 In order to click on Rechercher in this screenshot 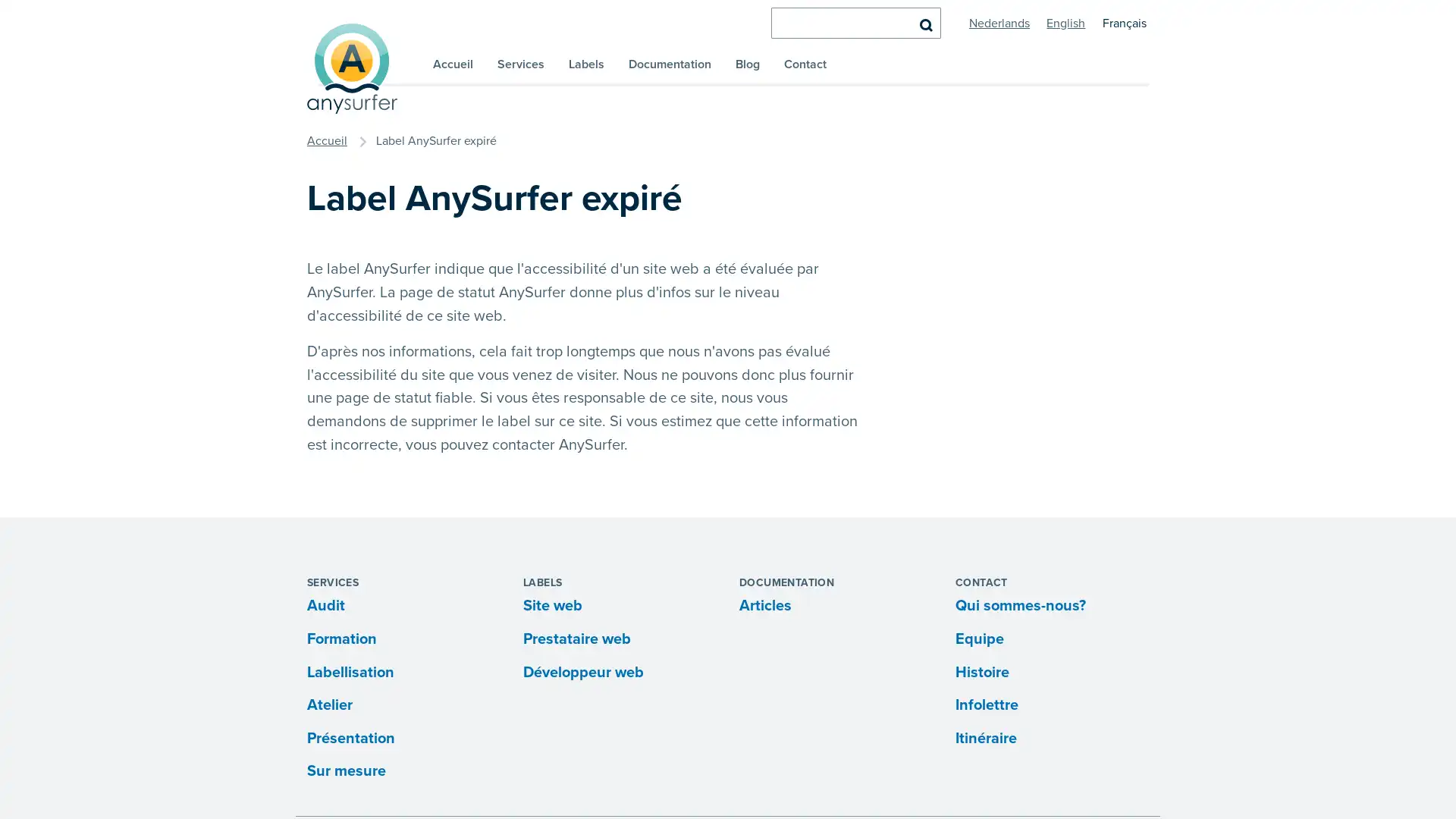, I will do `click(924, 24)`.